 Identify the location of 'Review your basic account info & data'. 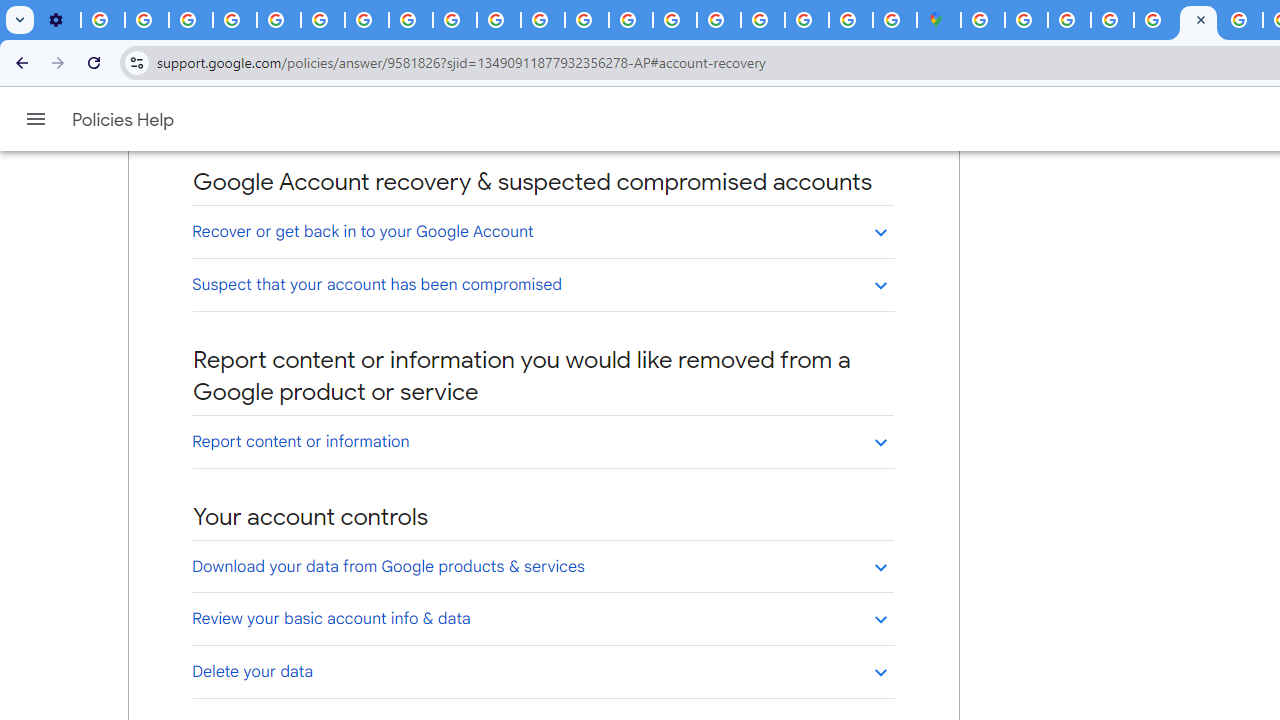
(542, 617).